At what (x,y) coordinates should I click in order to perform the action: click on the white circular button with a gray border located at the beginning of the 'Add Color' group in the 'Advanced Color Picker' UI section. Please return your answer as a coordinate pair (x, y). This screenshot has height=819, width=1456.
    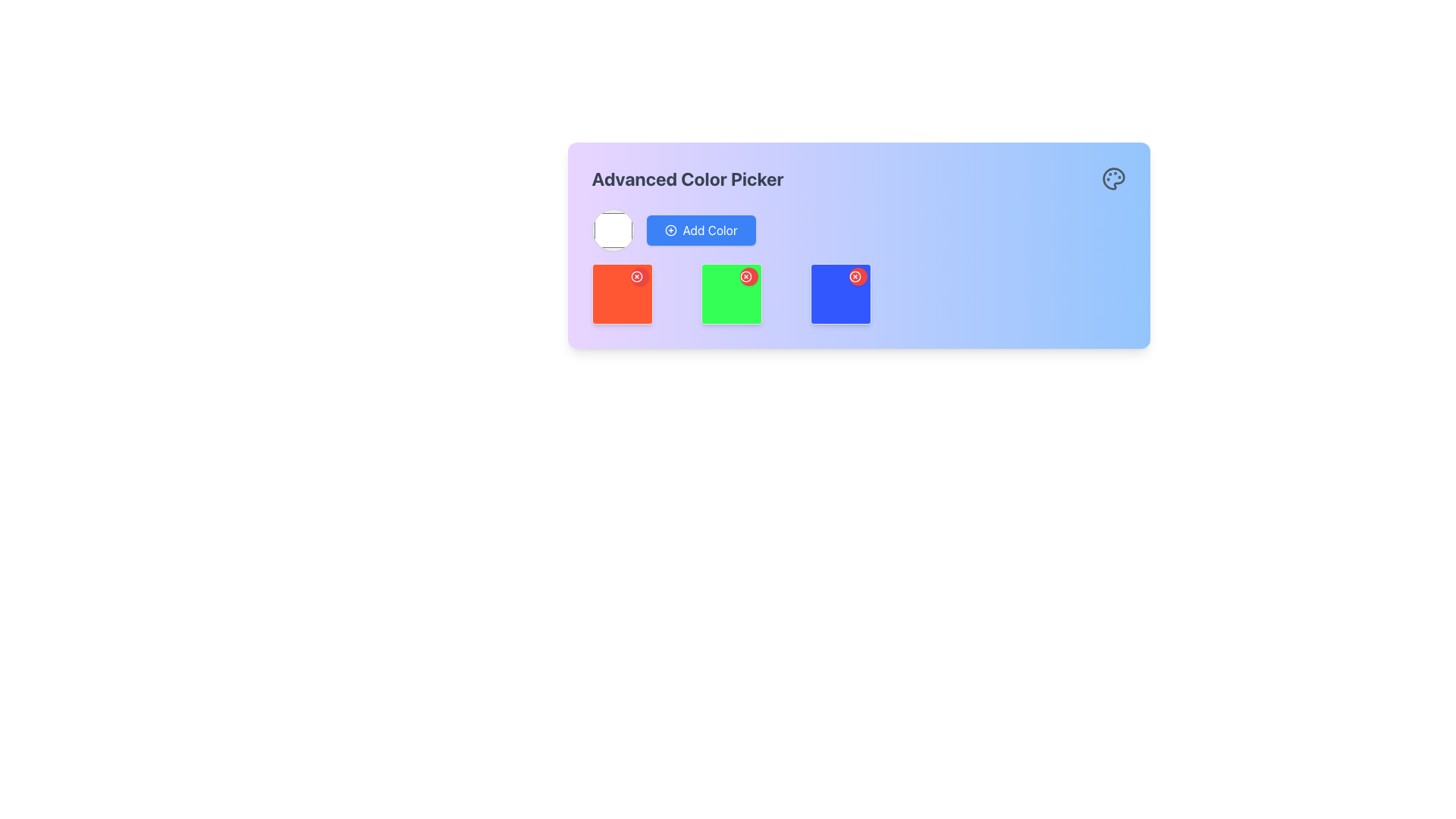
    Looking at the image, I should click on (613, 231).